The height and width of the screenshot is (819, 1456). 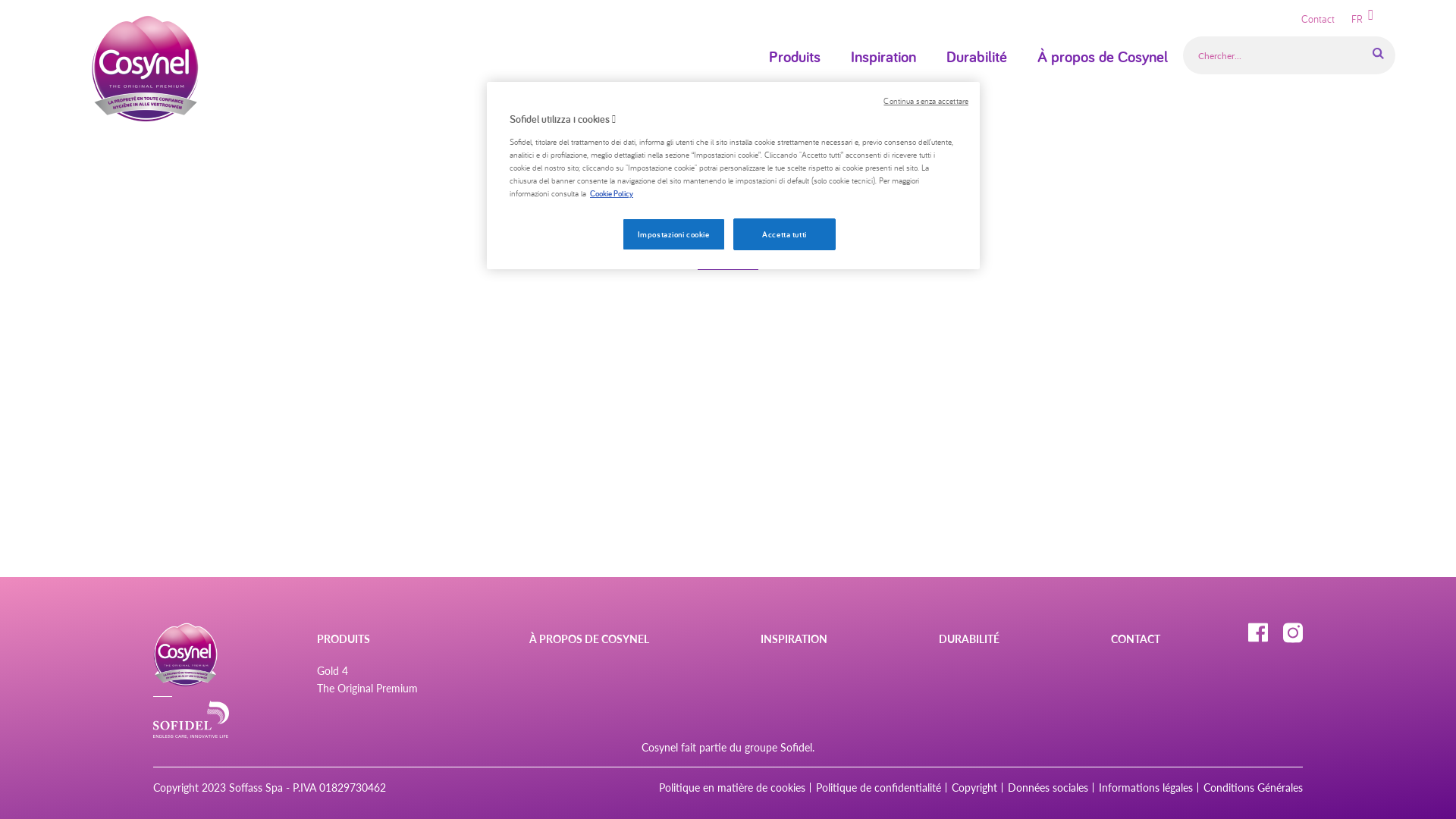 What do you see at coordinates (367, 688) in the screenshot?
I see `'The Original Premium'` at bounding box center [367, 688].